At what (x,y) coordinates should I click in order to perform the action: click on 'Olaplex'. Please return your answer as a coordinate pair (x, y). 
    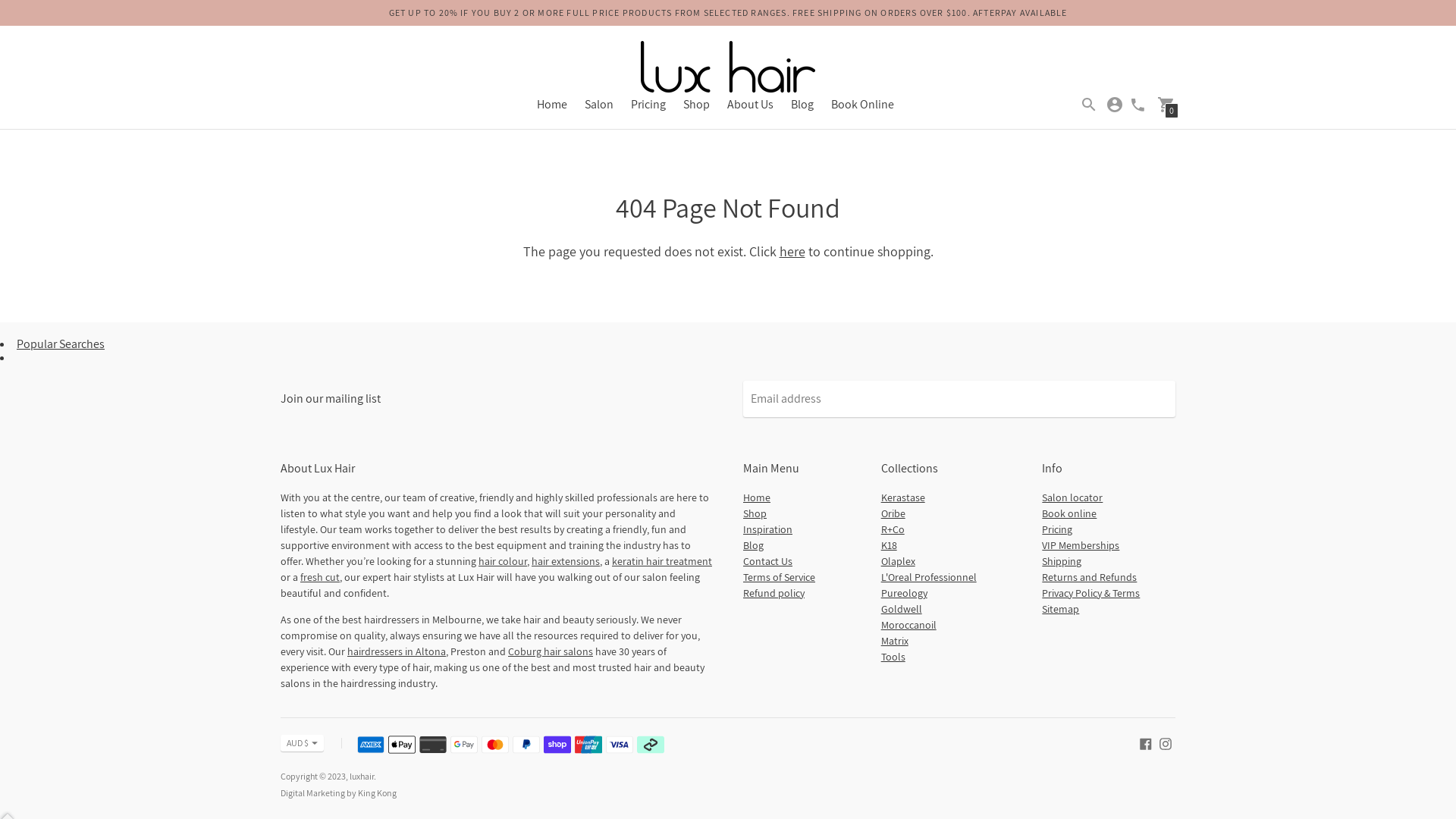
    Looking at the image, I should click on (880, 561).